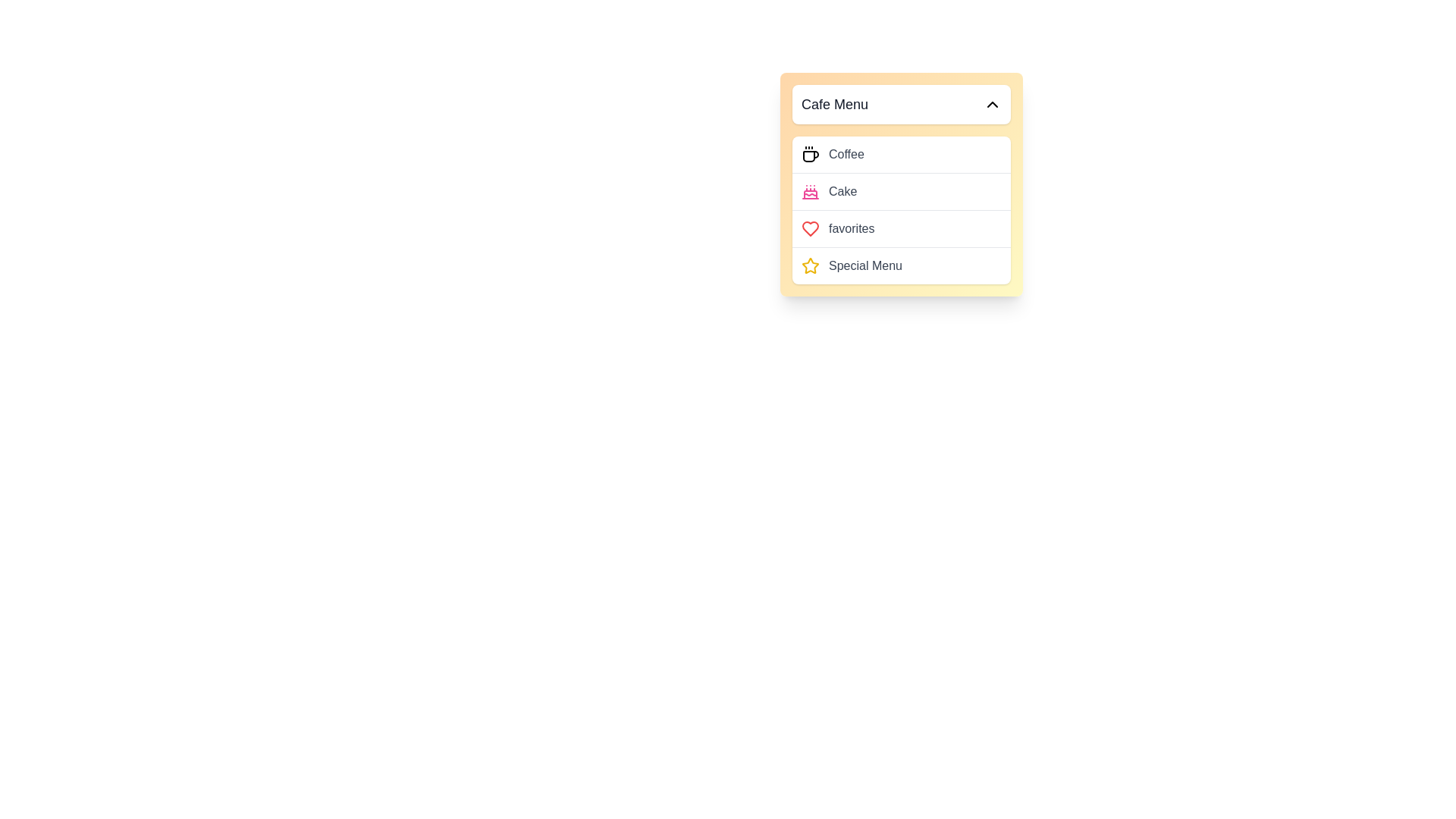 The width and height of the screenshot is (1456, 819). Describe the element at coordinates (902, 265) in the screenshot. I see `the 'Special Menu' item in the dropdown menu using keyboard navigation` at that location.